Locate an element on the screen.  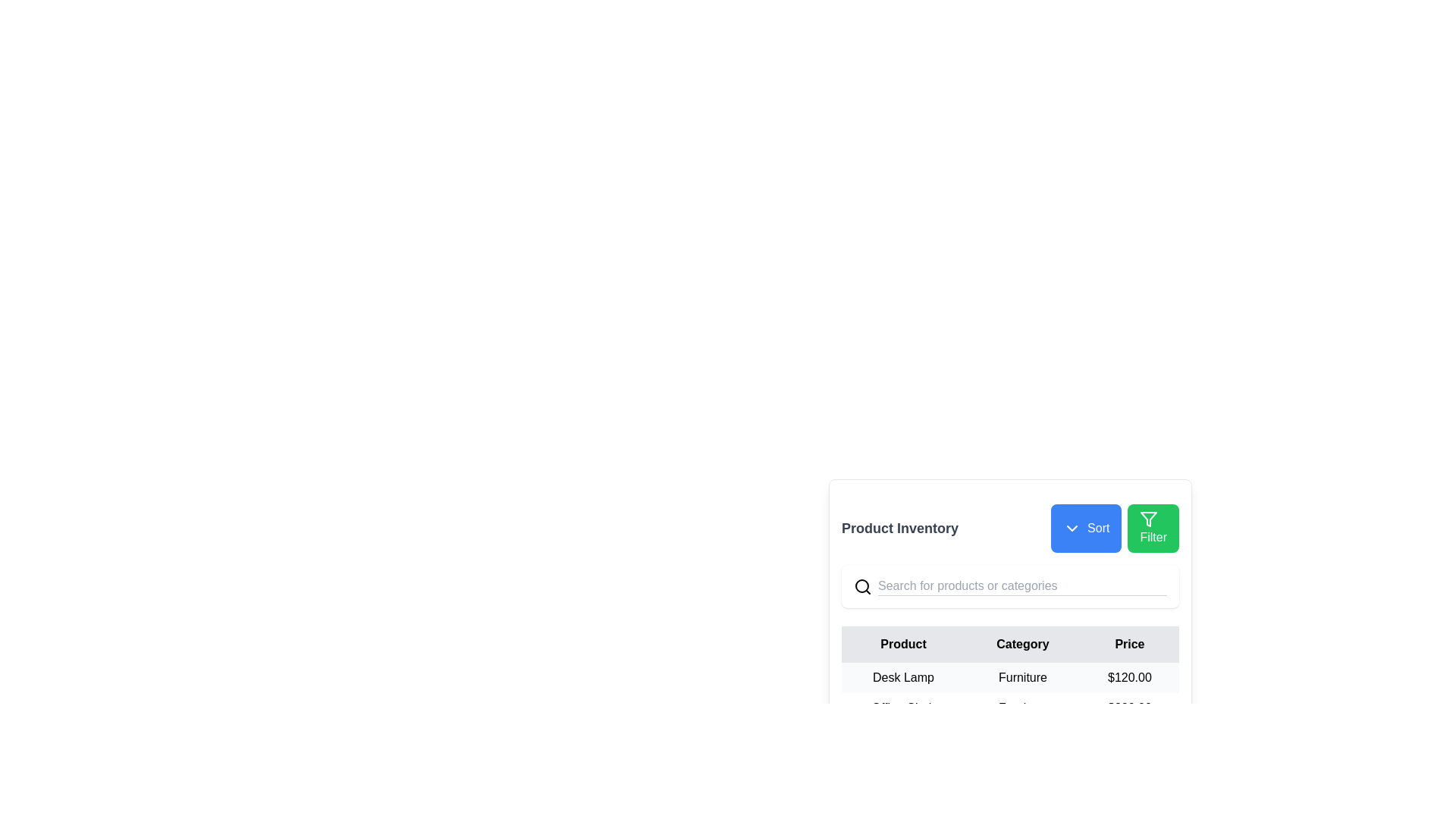
the downward chevron icon inside the blue 'Sort' button to interact with the dropdown menu is located at coordinates (1072, 528).